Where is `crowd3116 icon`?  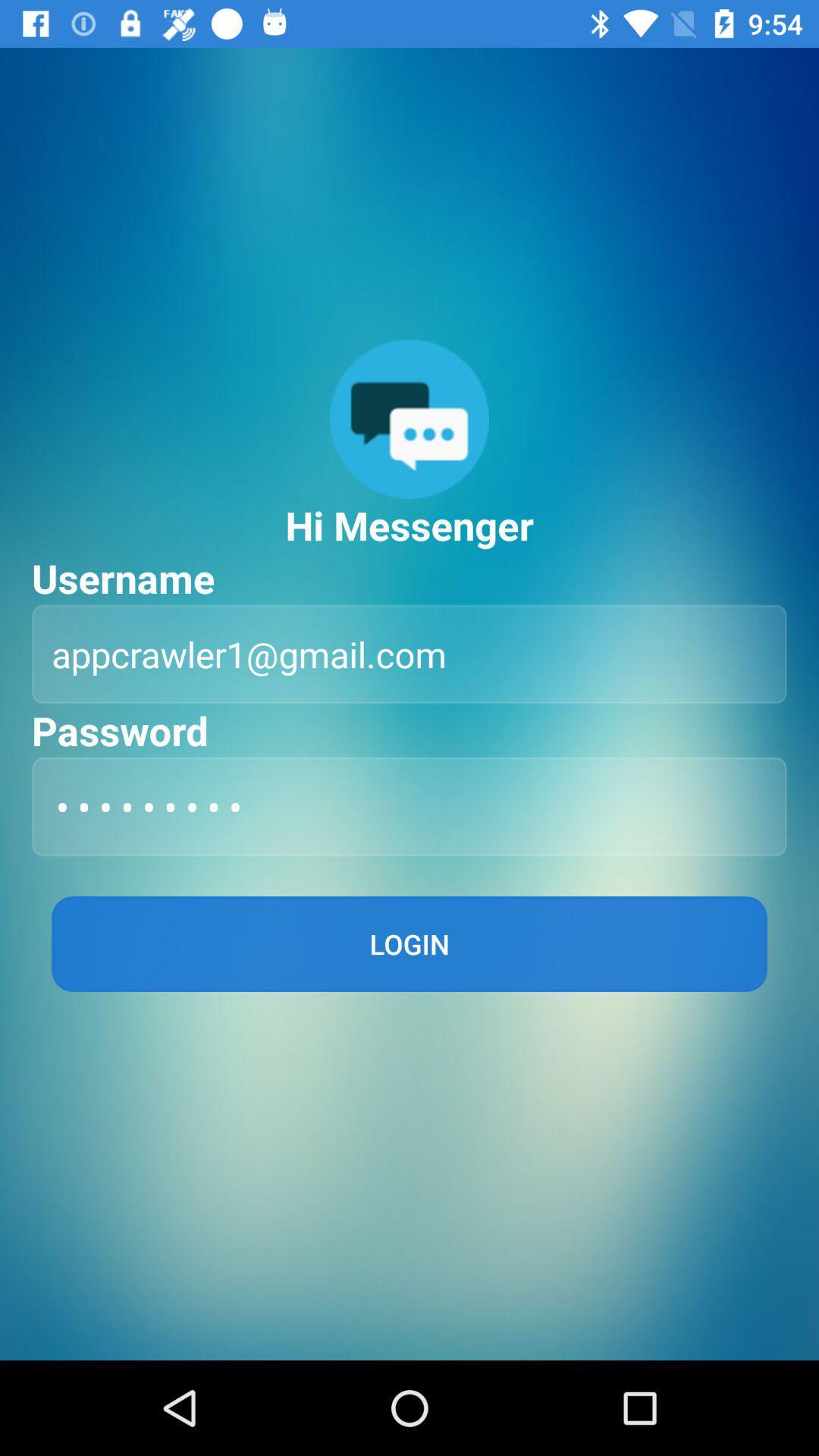
crowd3116 icon is located at coordinates (409, 805).